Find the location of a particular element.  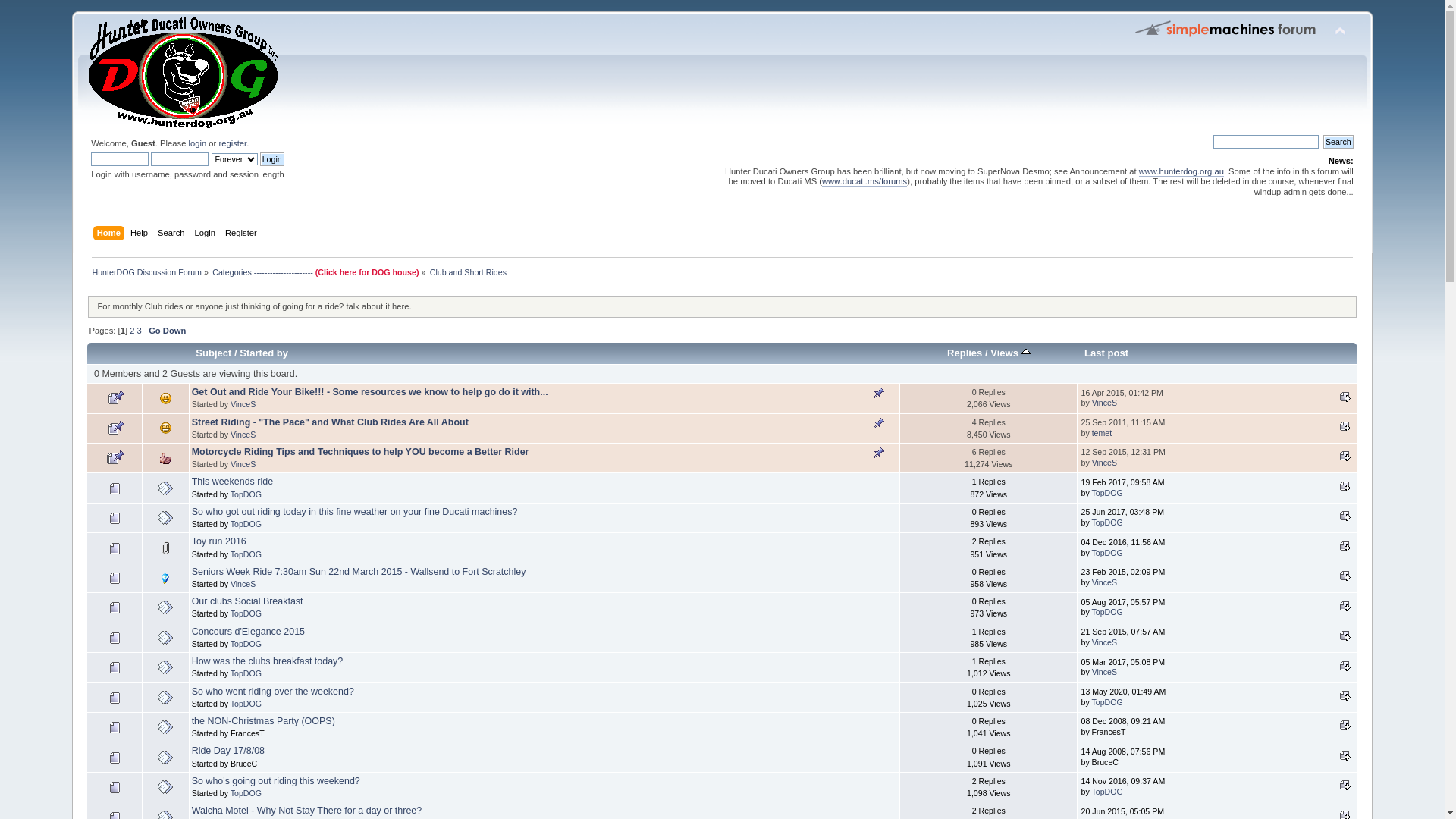

'the NON-Christmas Party (OOPS)' is located at coordinates (263, 720).